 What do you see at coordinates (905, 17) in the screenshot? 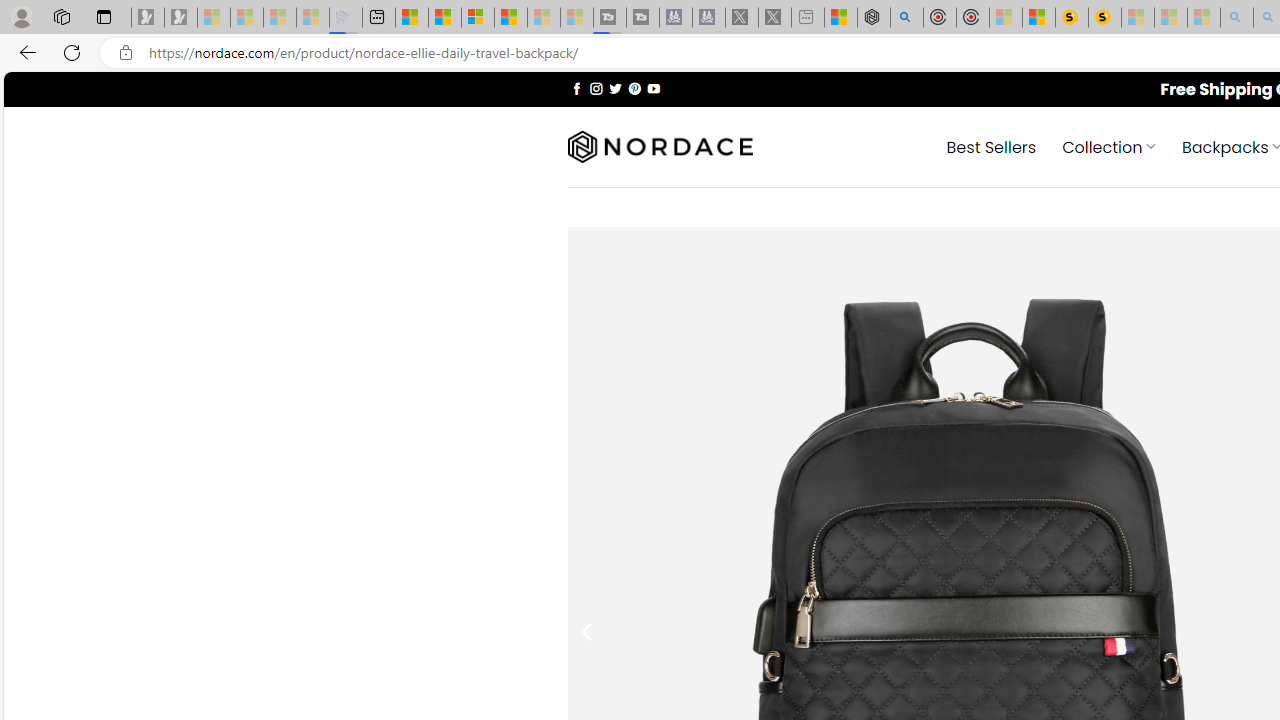
I see `'poe - Search'` at bounding box center [905, 17].